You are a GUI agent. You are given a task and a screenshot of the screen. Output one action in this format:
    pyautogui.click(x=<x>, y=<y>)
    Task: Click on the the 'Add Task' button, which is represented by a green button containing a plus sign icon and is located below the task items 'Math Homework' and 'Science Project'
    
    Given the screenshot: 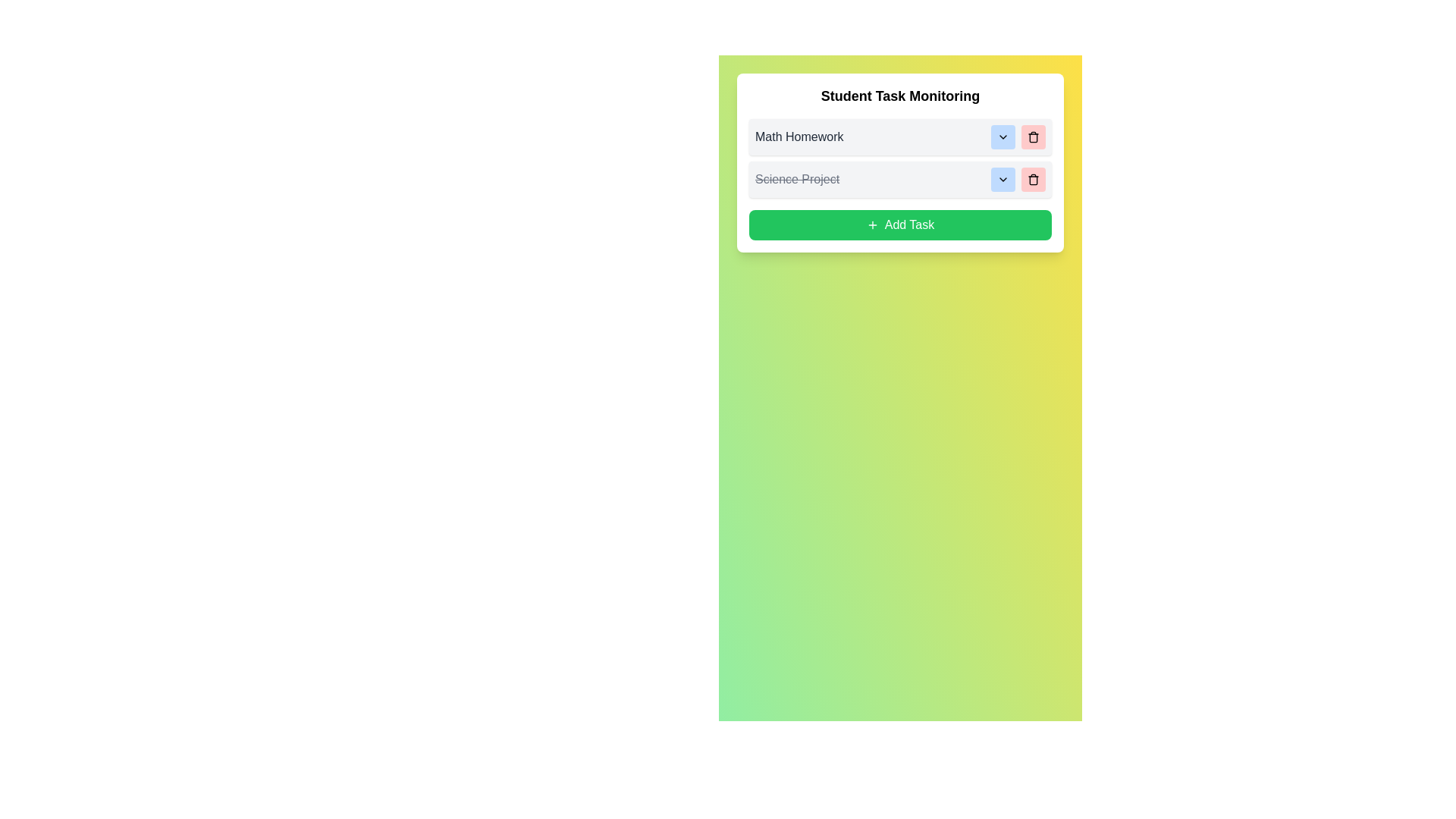 What is the action you would take?
    pyautogui.click(x=872, y=225)
    